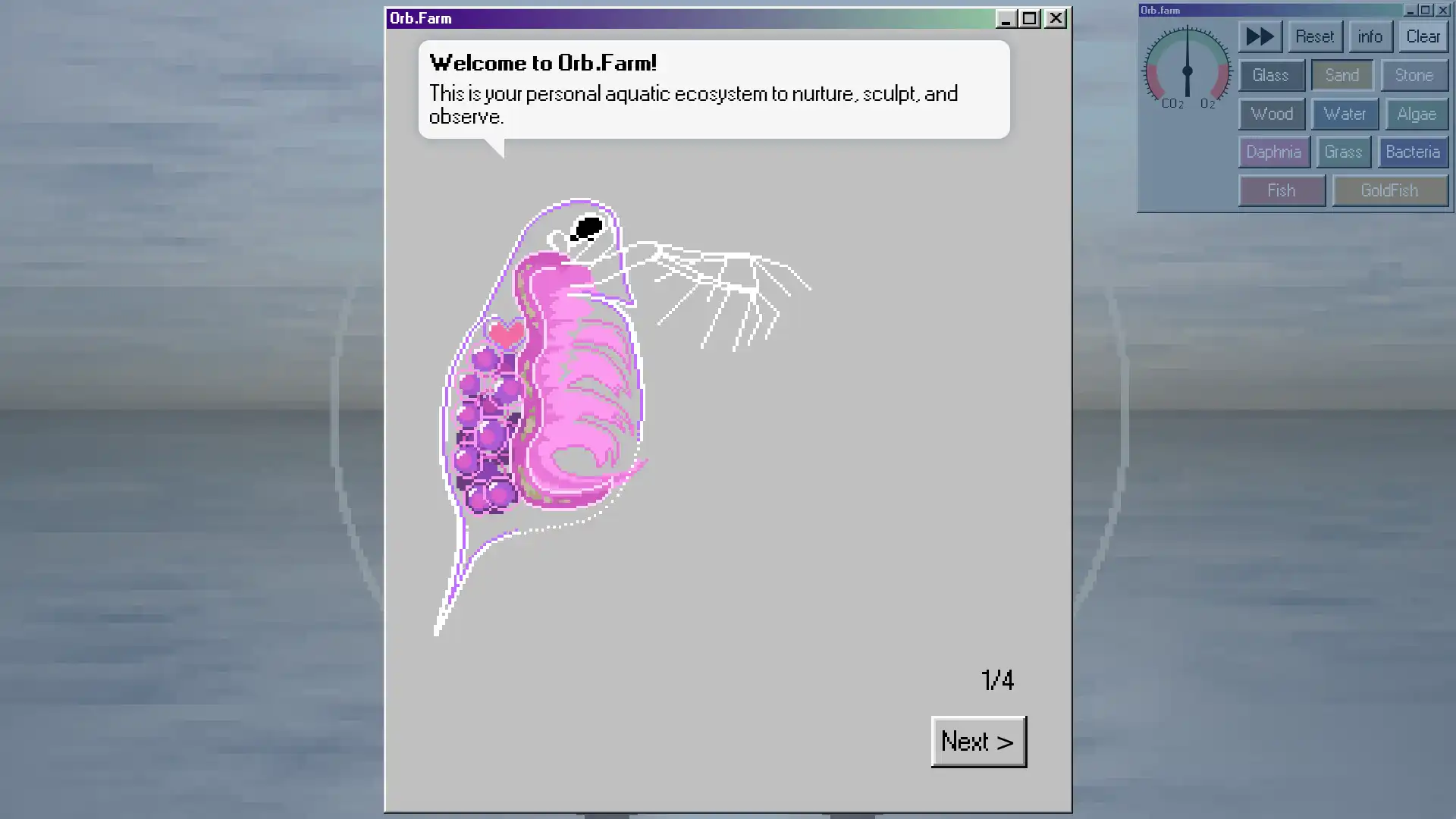  Describe the element at coordinates (759, 19) in the screenshot. I see `Clear` at that location.